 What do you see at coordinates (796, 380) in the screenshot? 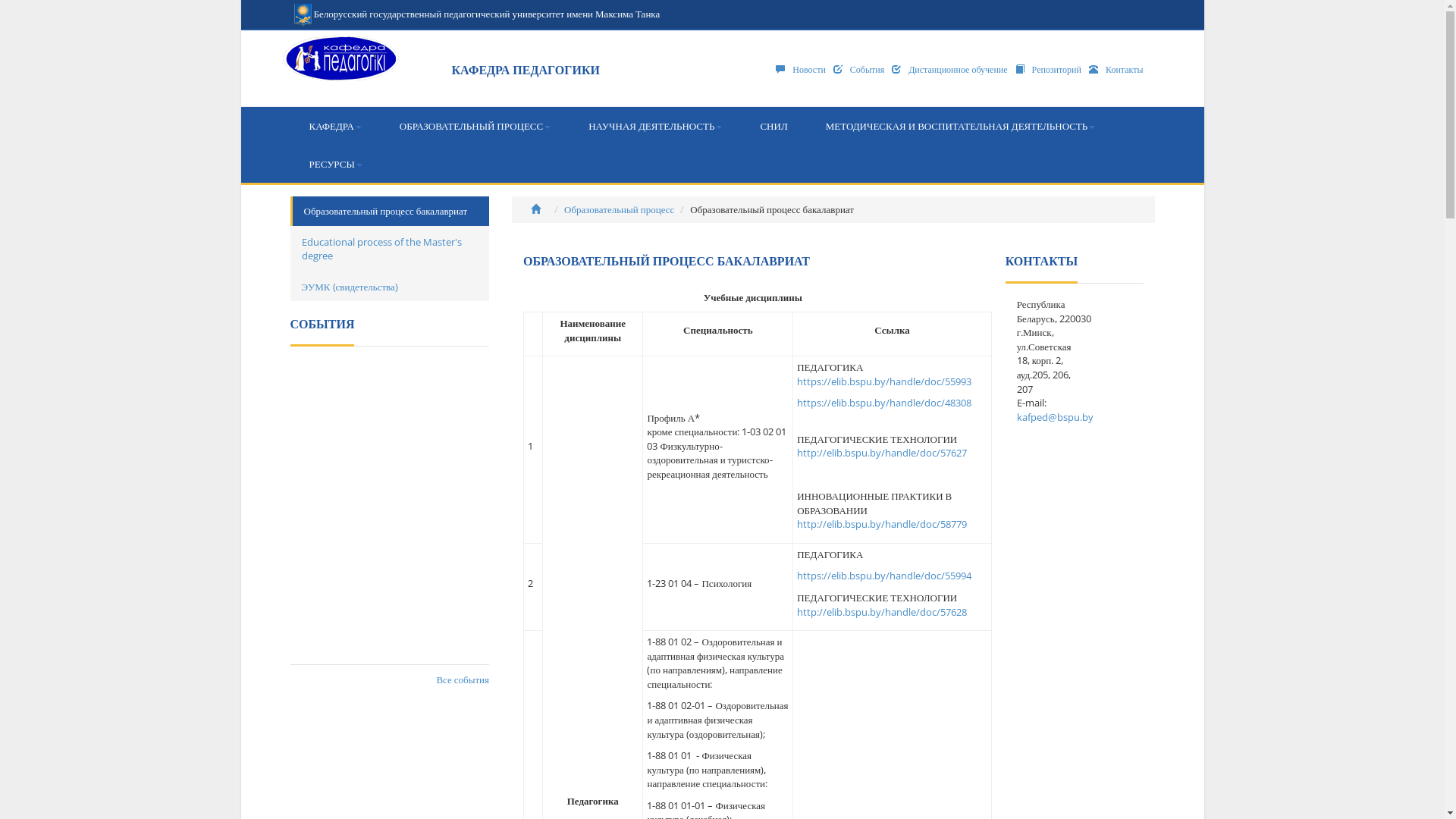
I see `'https://elib.bspu.by/handle/doc/55993'` at bounding box center [796, 380].